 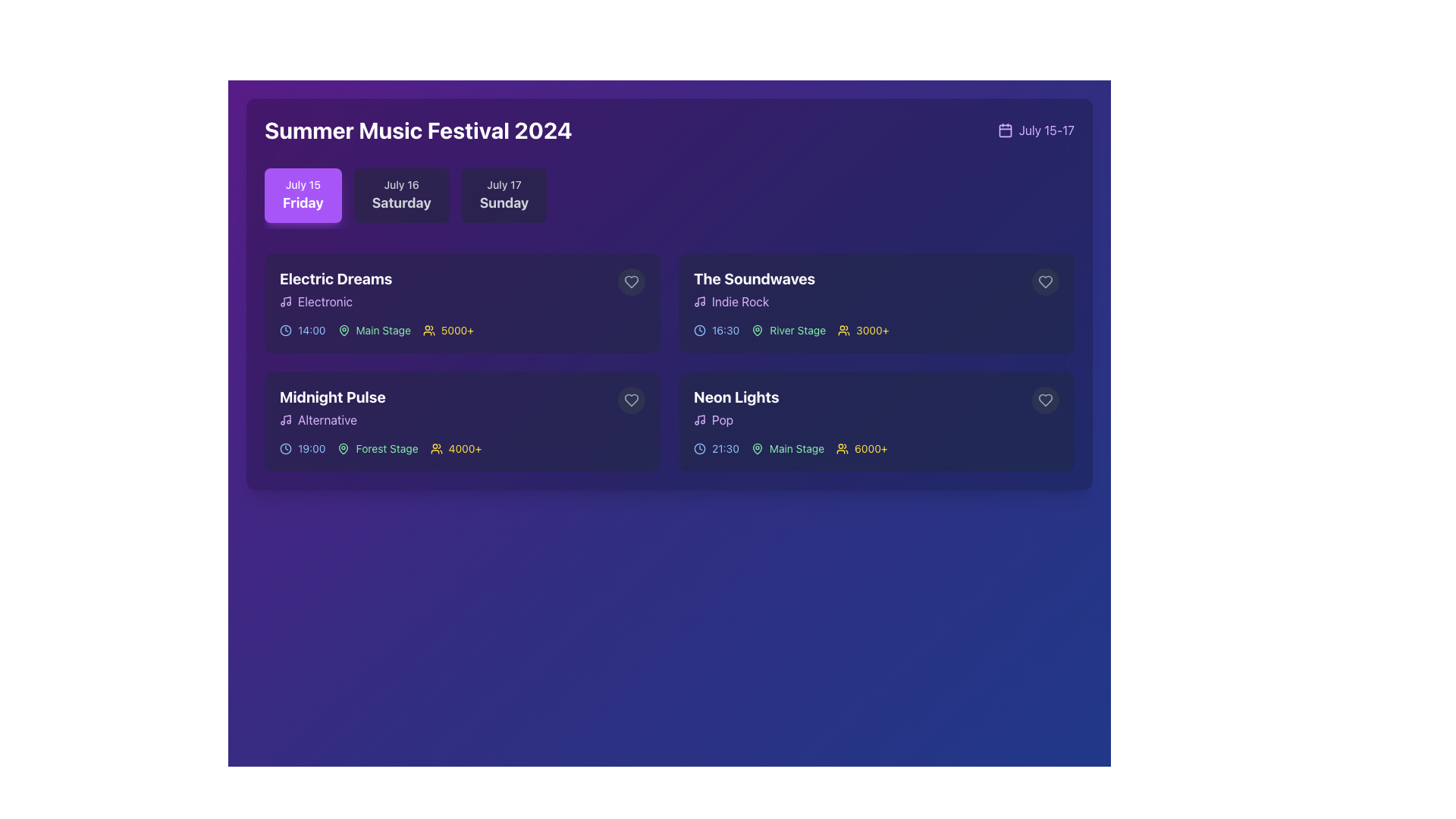 I want to click on text of the label displaying 'Electronic', which is styled in light purple and located in the second line of the 'Electric Dreams' block in the 'July 15 Friday' section, so click(x=325, y=301).